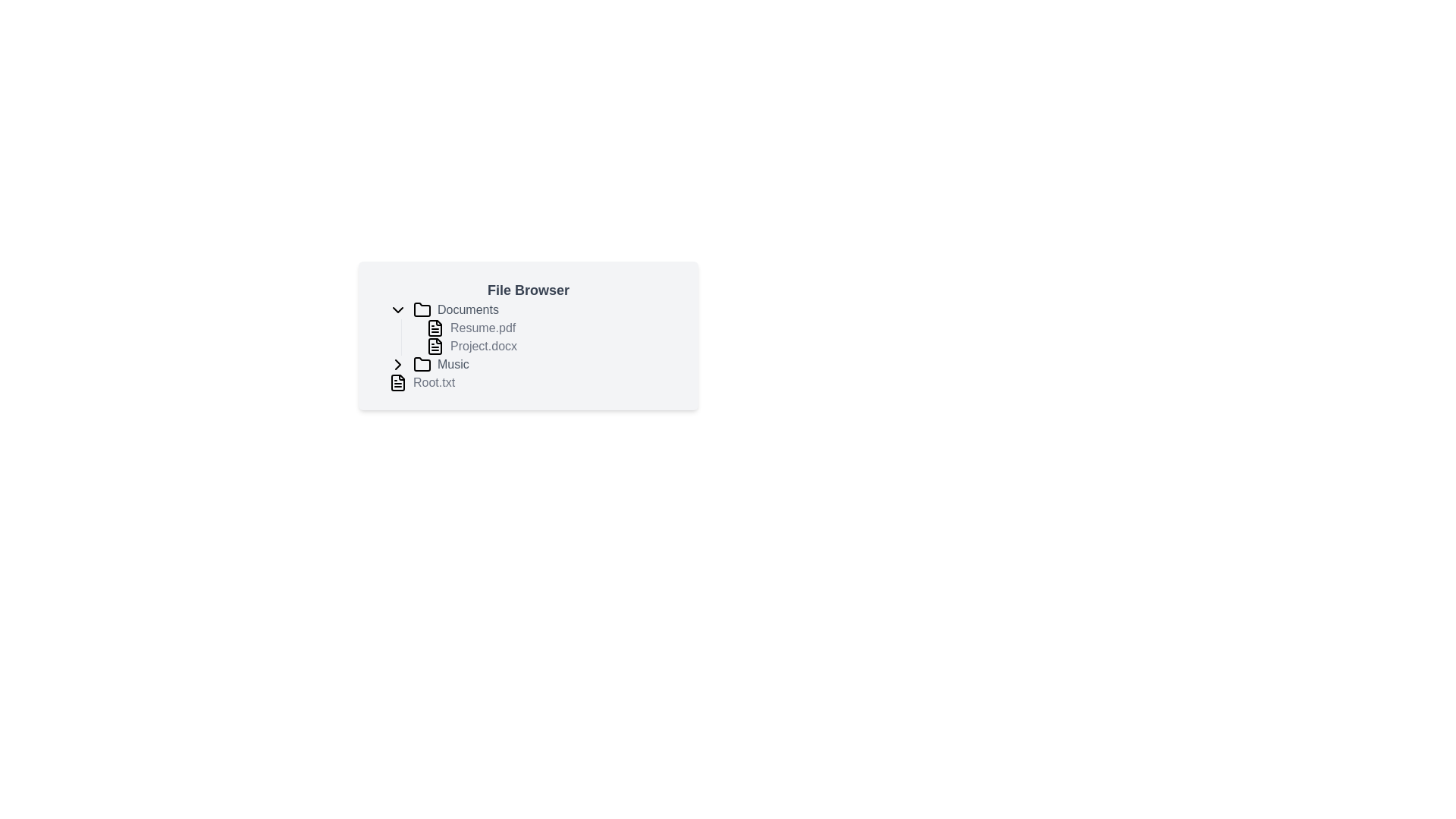  I want to click on the 'Documents' text label, which is styled with a medium font weight and gray color, located to the right of a folder icon, so click(467, 309).